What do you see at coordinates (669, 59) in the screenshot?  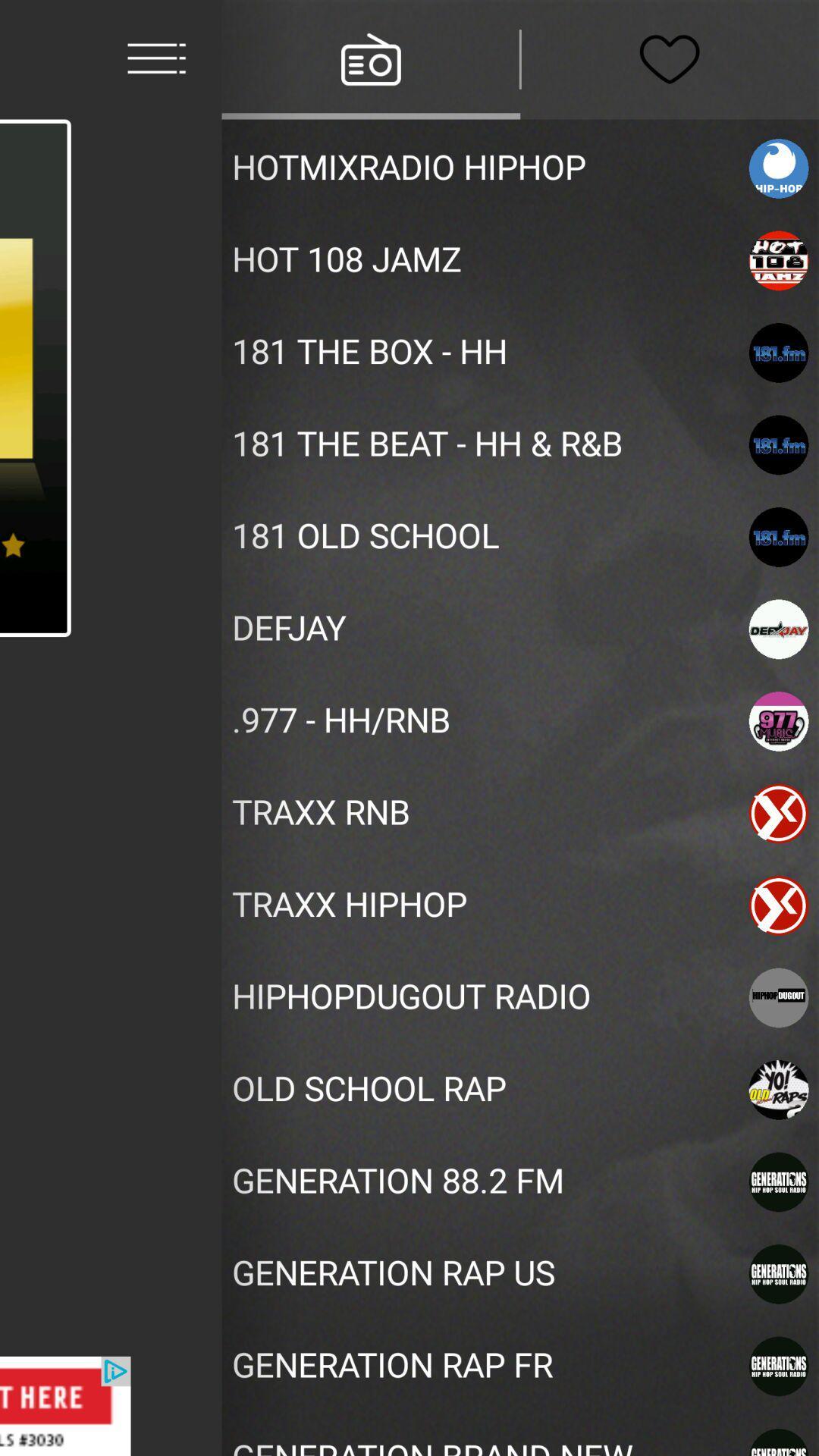 I see `the favorite icon` at bounding box center [669, 59].